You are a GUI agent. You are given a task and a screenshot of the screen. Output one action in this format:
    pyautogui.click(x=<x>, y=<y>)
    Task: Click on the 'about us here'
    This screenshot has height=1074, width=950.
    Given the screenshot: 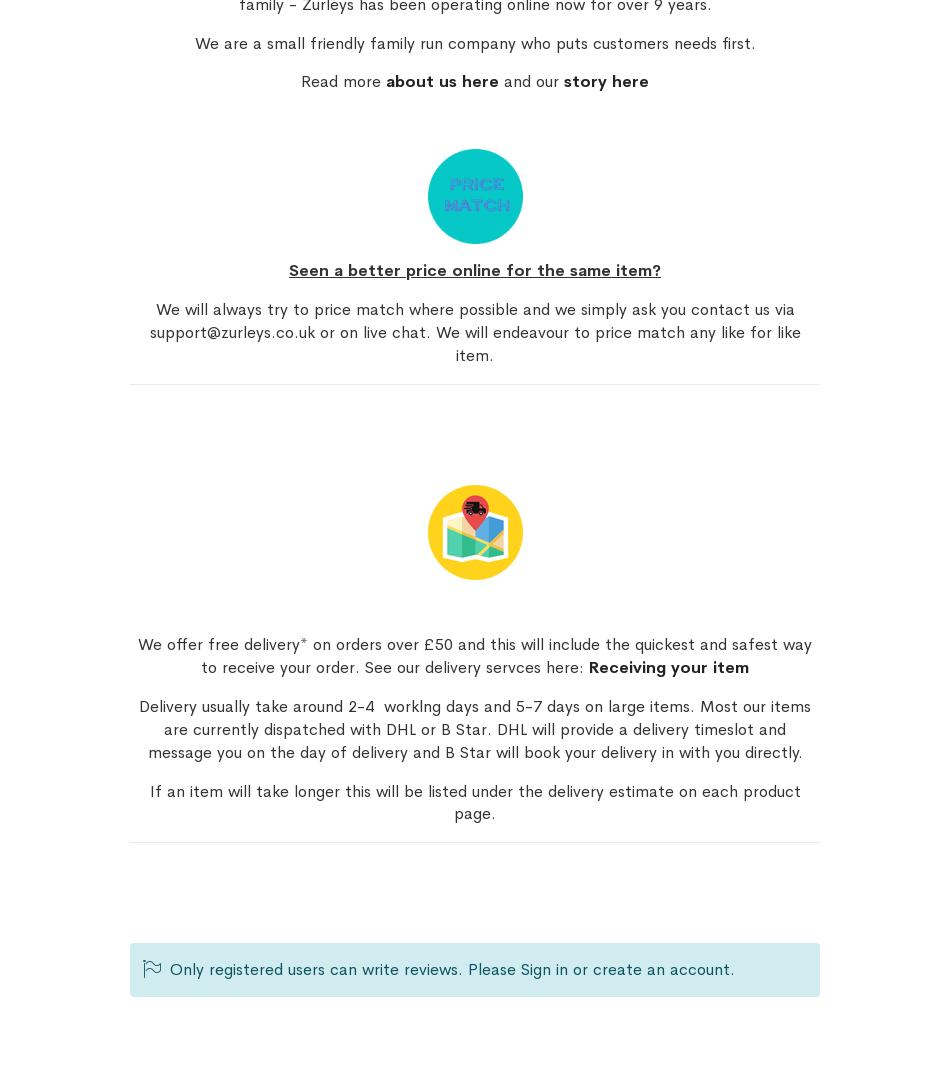 What is the action you would take?
    pyautogui.click(x=441, y=81)
    